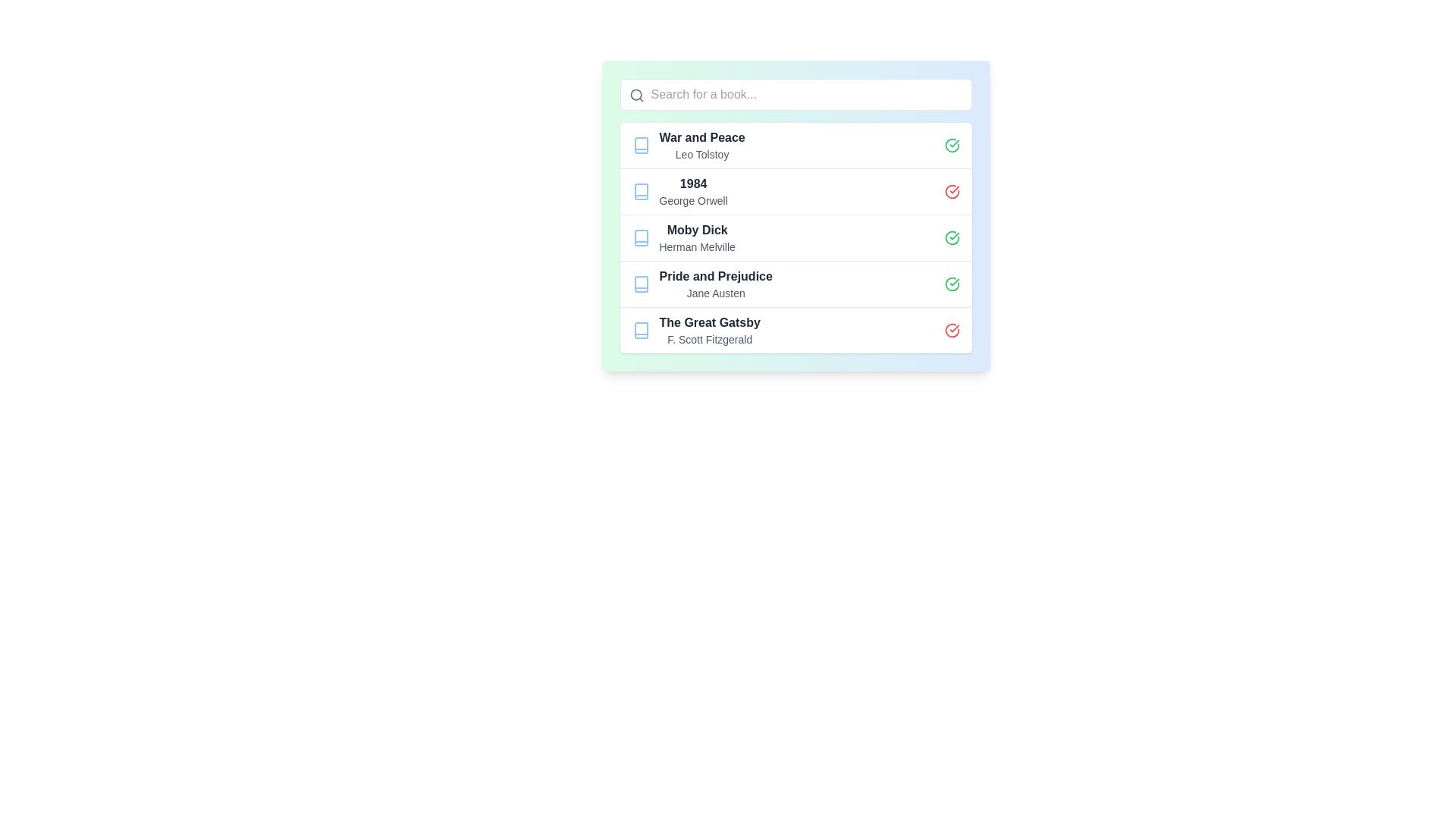  I want to click on the Text label indicating the author of the book titled 'Moby Dick', which is located in the third row directly below the title, so click(696, 246).